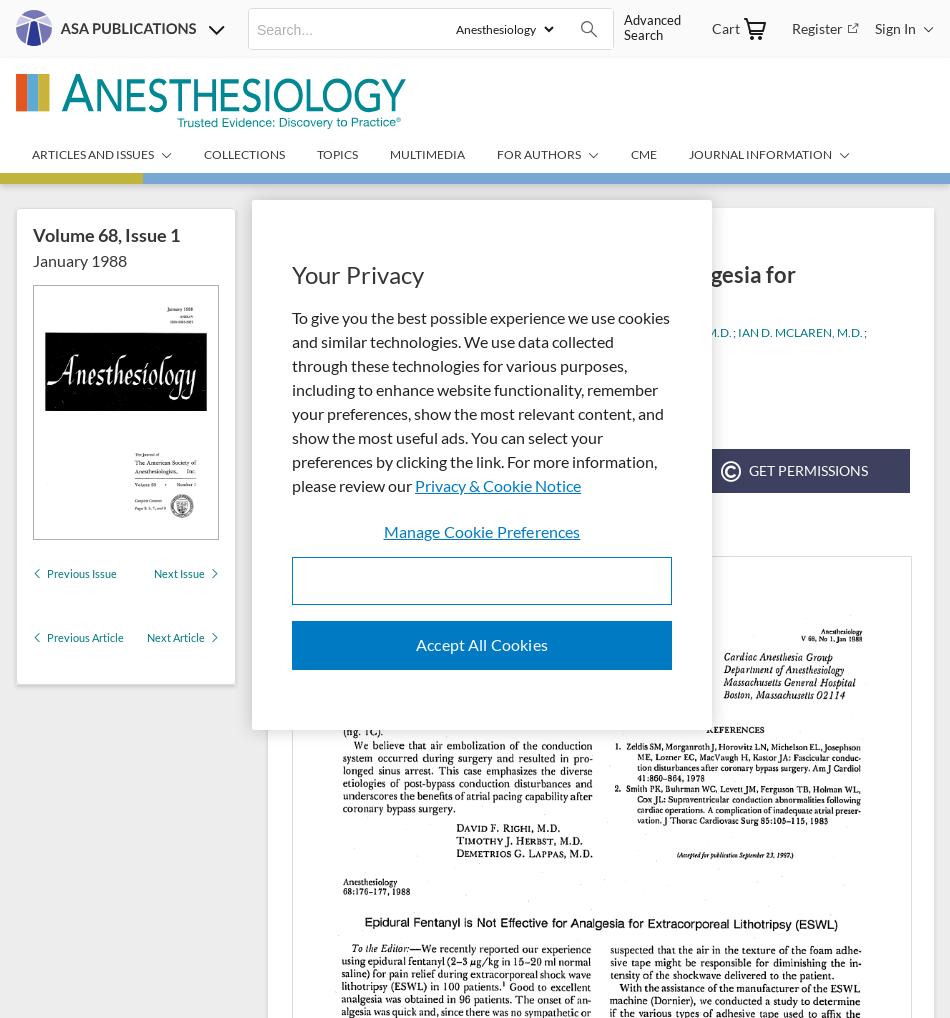 The image size is (950, 1018). I want to click on 'Cite', so click(689, 470).